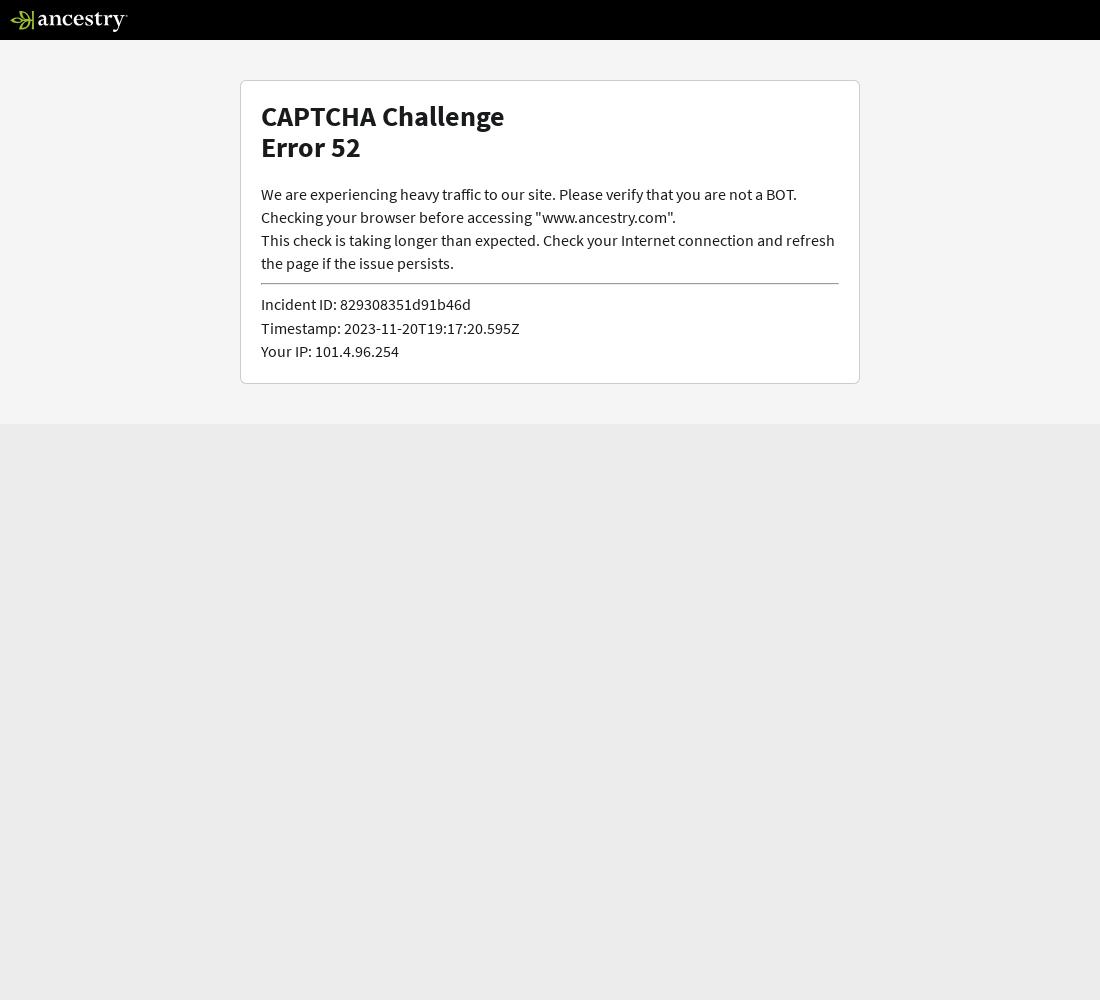  What do you see at coordinates (261, 349) in the screenshot?
I see `'Your IP:'` at bounding box center [261, 349].